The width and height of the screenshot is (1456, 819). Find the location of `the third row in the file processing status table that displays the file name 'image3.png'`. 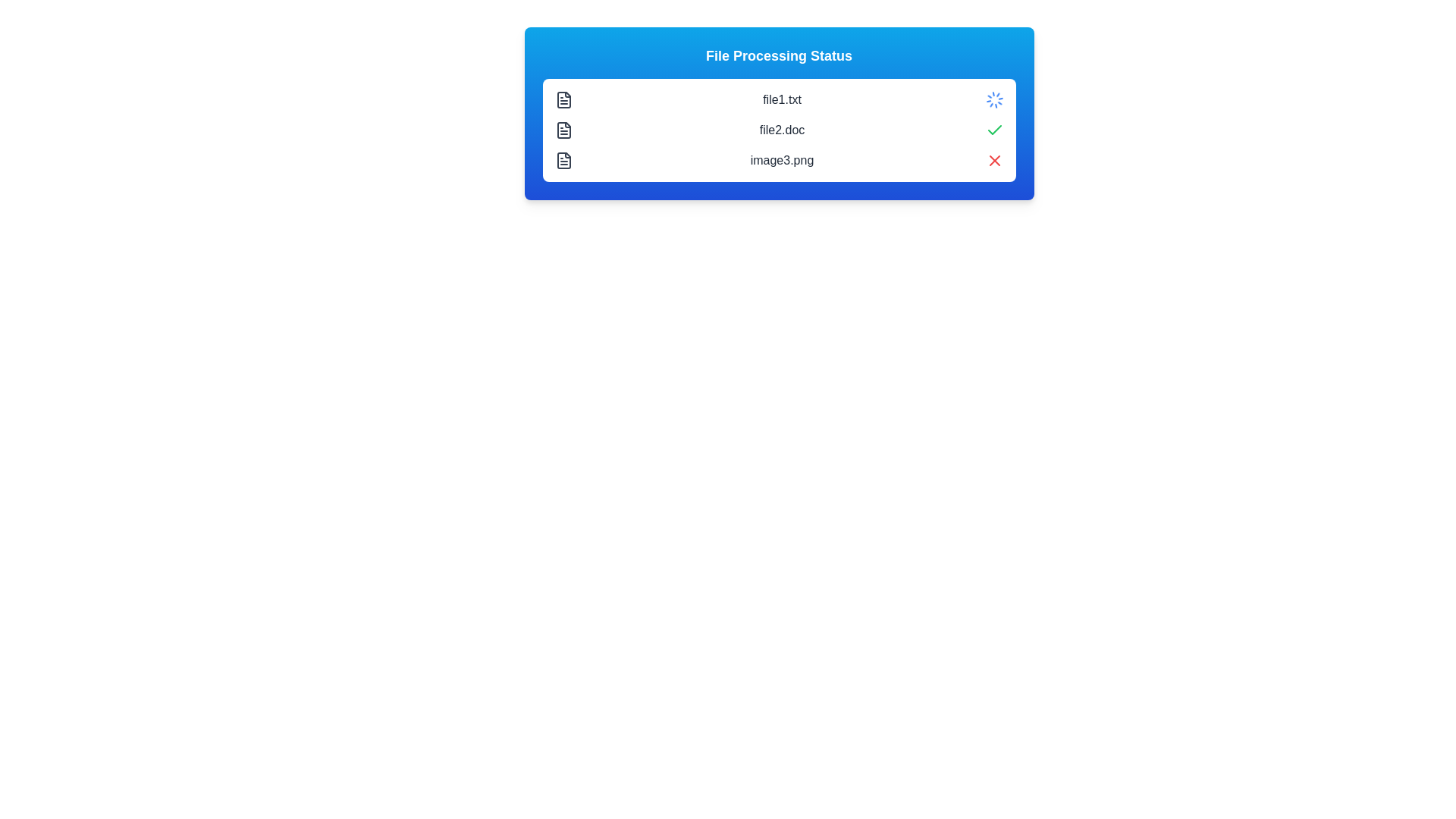

the third row in the file processing status table that displays the file name 'image3.png' is located at coordinates (779, 161).